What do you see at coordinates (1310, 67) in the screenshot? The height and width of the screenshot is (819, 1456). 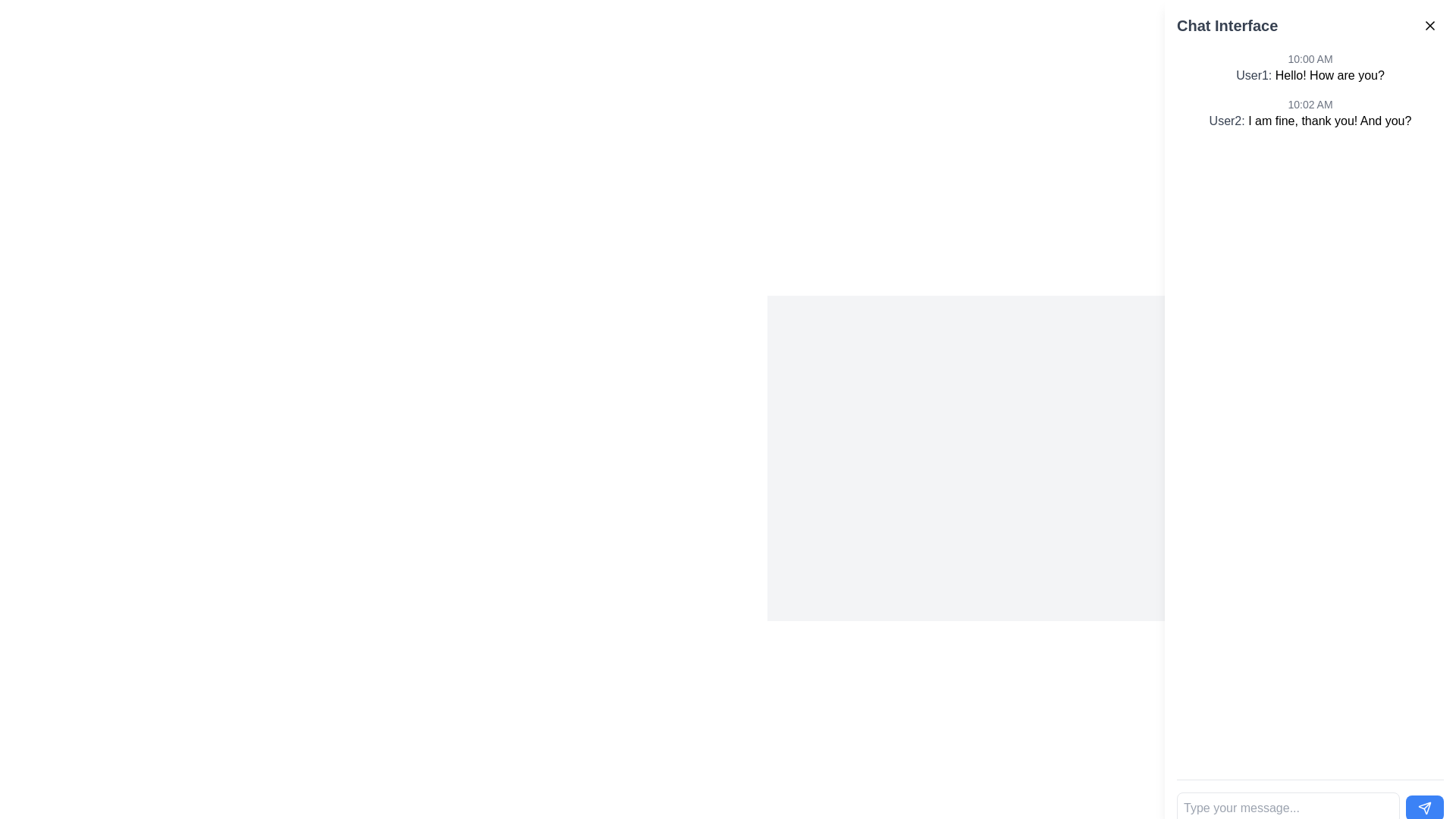 I see `the first chat message entry in the chat history interface, which displays the timestamp, sender's identification, and message content` at bounding box center [1310, 67].